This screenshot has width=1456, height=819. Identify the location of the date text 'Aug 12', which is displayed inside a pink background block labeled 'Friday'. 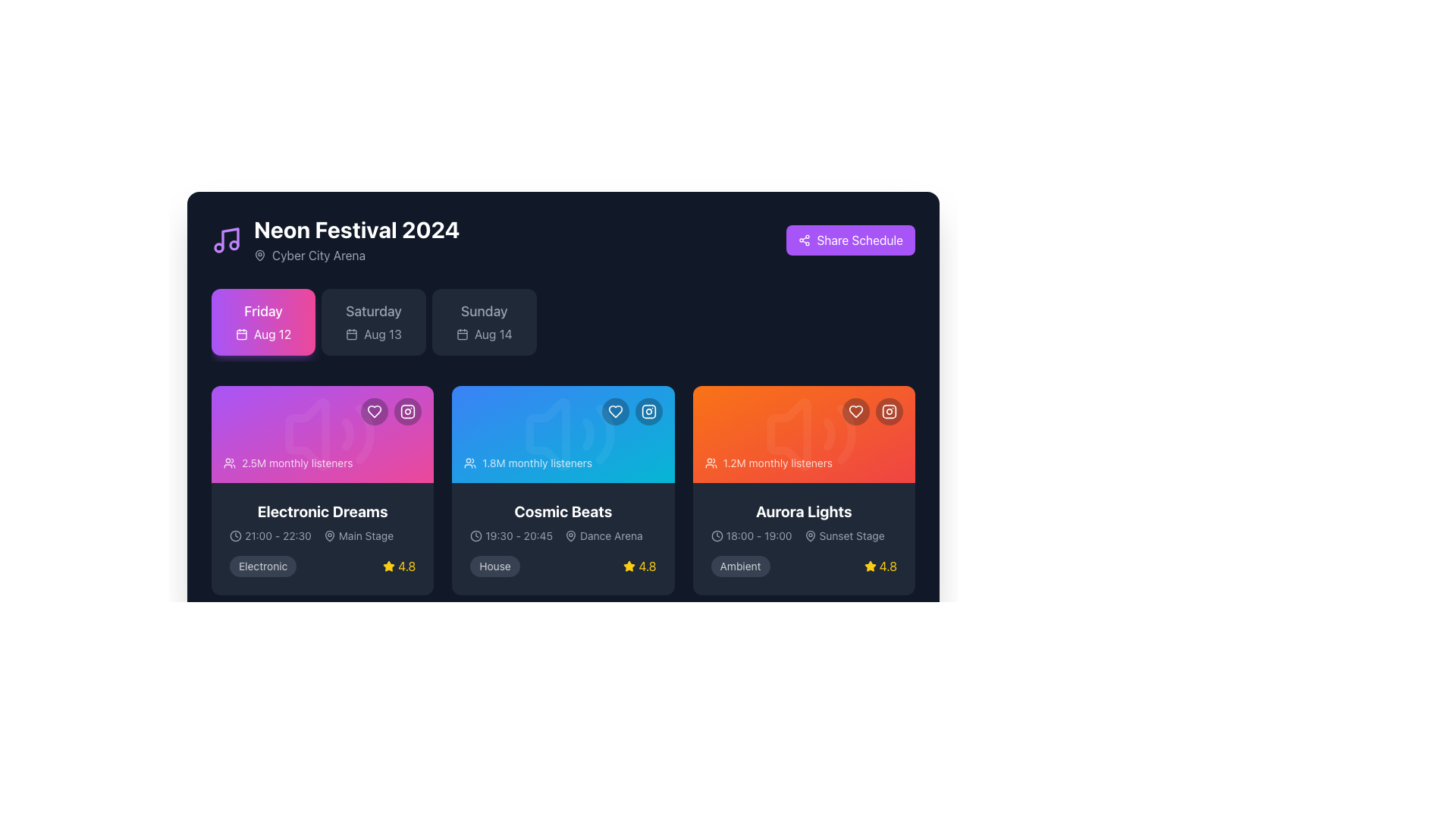
(272, 333).